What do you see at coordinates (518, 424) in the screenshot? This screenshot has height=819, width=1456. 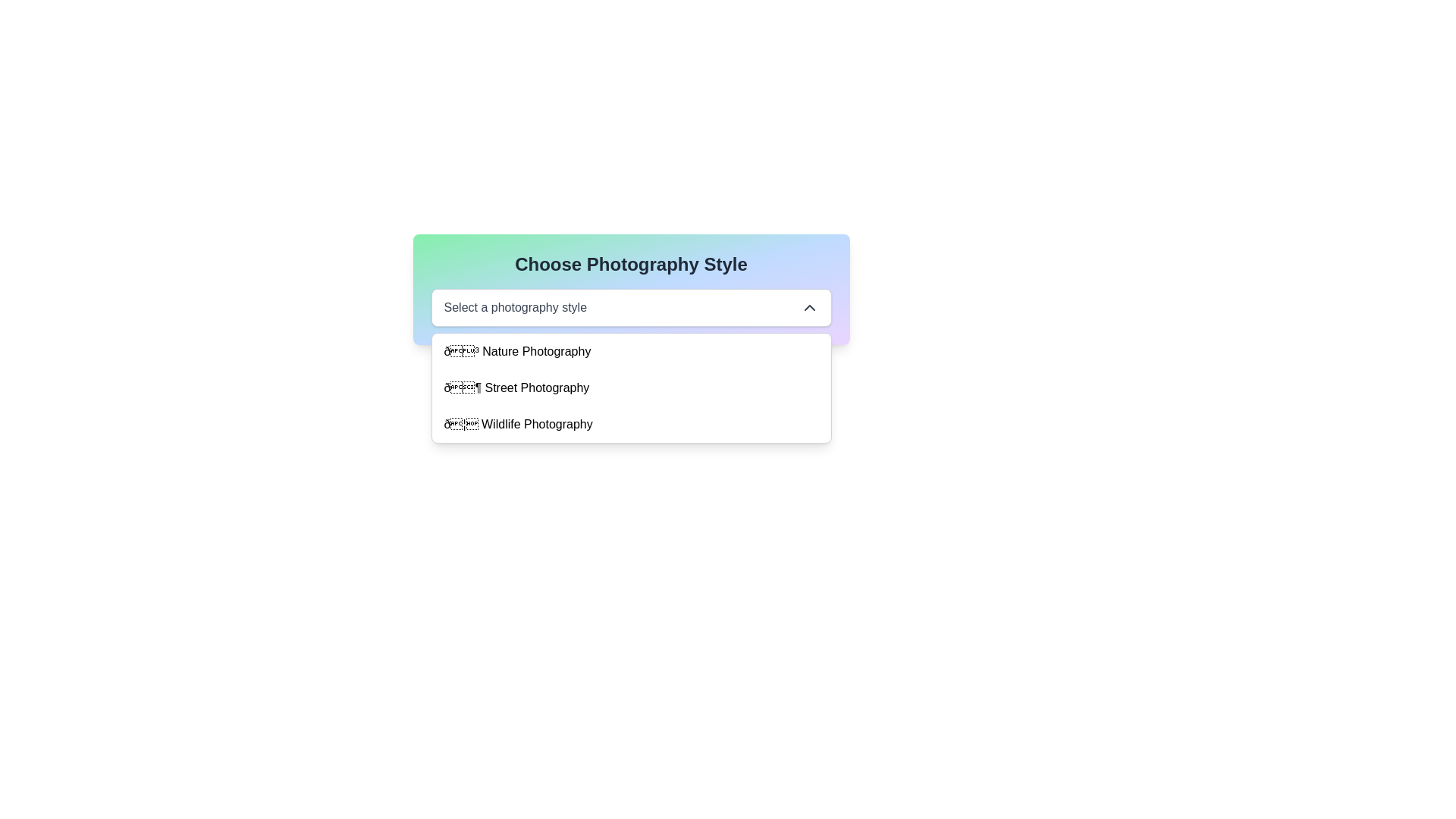 I see `the '🦁 Wildlife Photography' option in the dropdown menu` at bounding box center [518, 424].